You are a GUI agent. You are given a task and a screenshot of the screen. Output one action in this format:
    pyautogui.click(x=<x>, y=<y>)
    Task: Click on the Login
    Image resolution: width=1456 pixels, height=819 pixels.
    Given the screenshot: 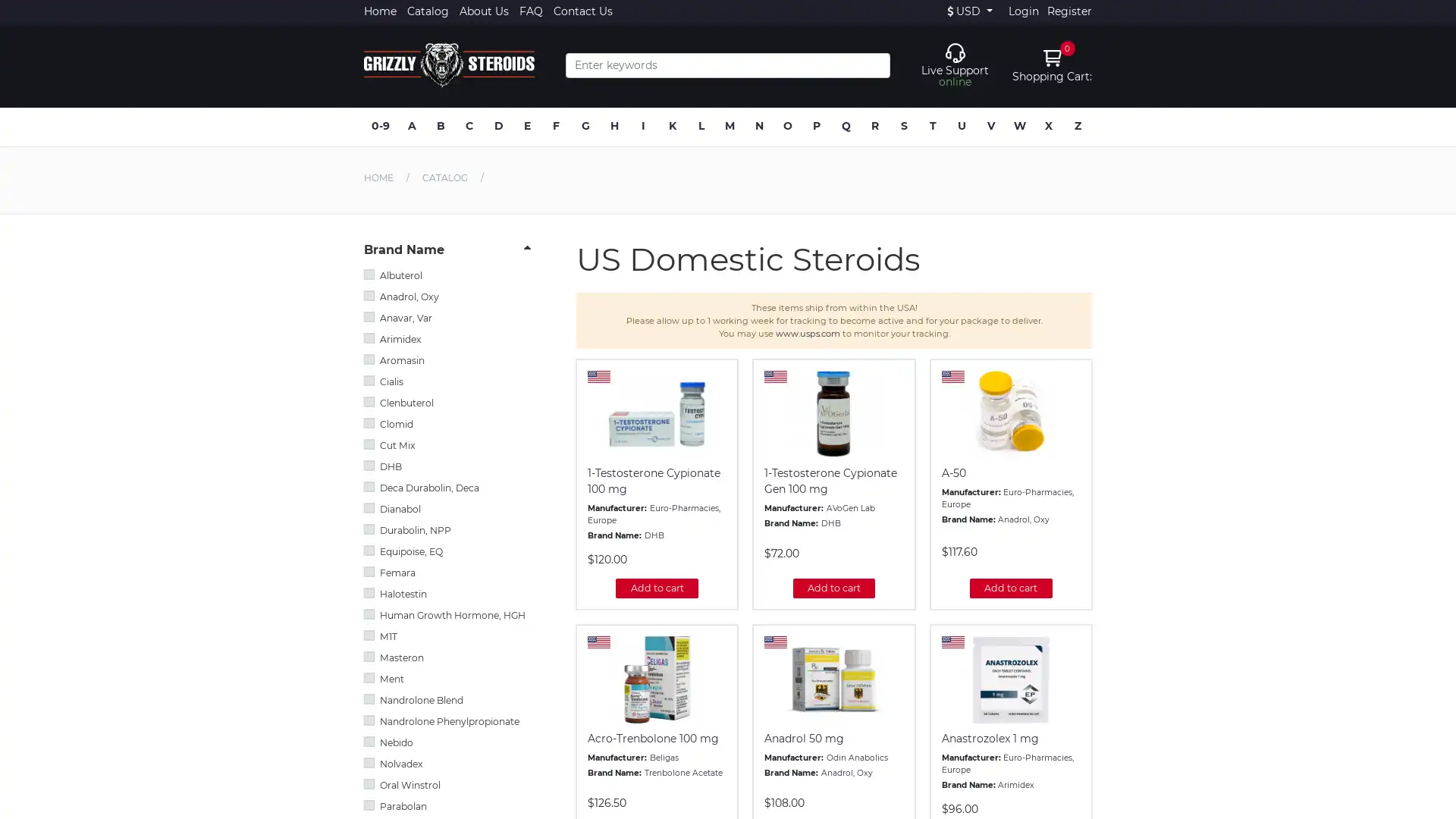 What is the action you would take?
    pyautogui.click(x=1023, y=11)
    